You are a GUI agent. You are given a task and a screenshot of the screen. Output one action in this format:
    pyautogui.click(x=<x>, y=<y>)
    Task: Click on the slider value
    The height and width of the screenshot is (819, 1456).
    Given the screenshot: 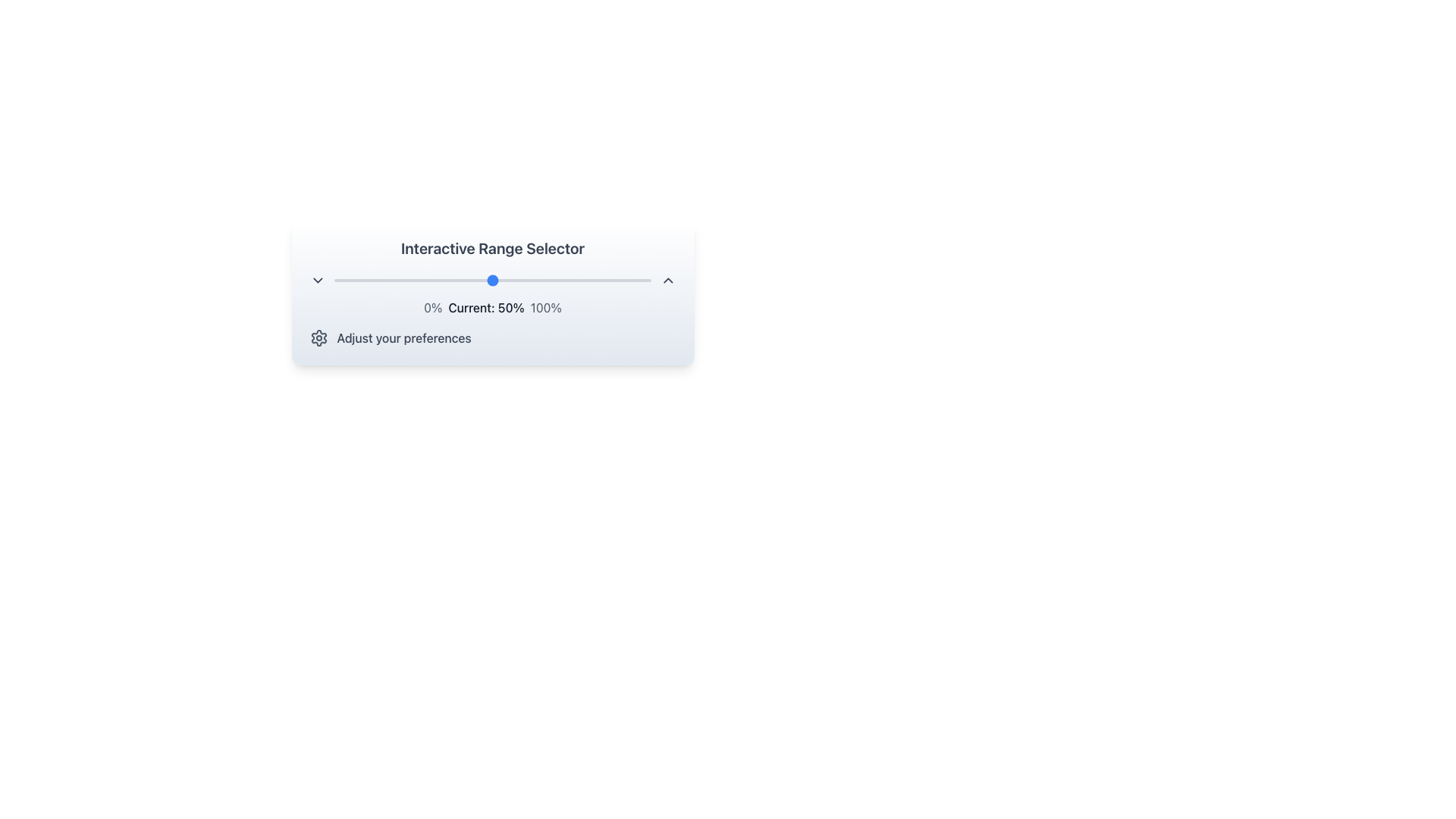 What is the action you would take?
    pyautogui.click(x=356, y=281)
    